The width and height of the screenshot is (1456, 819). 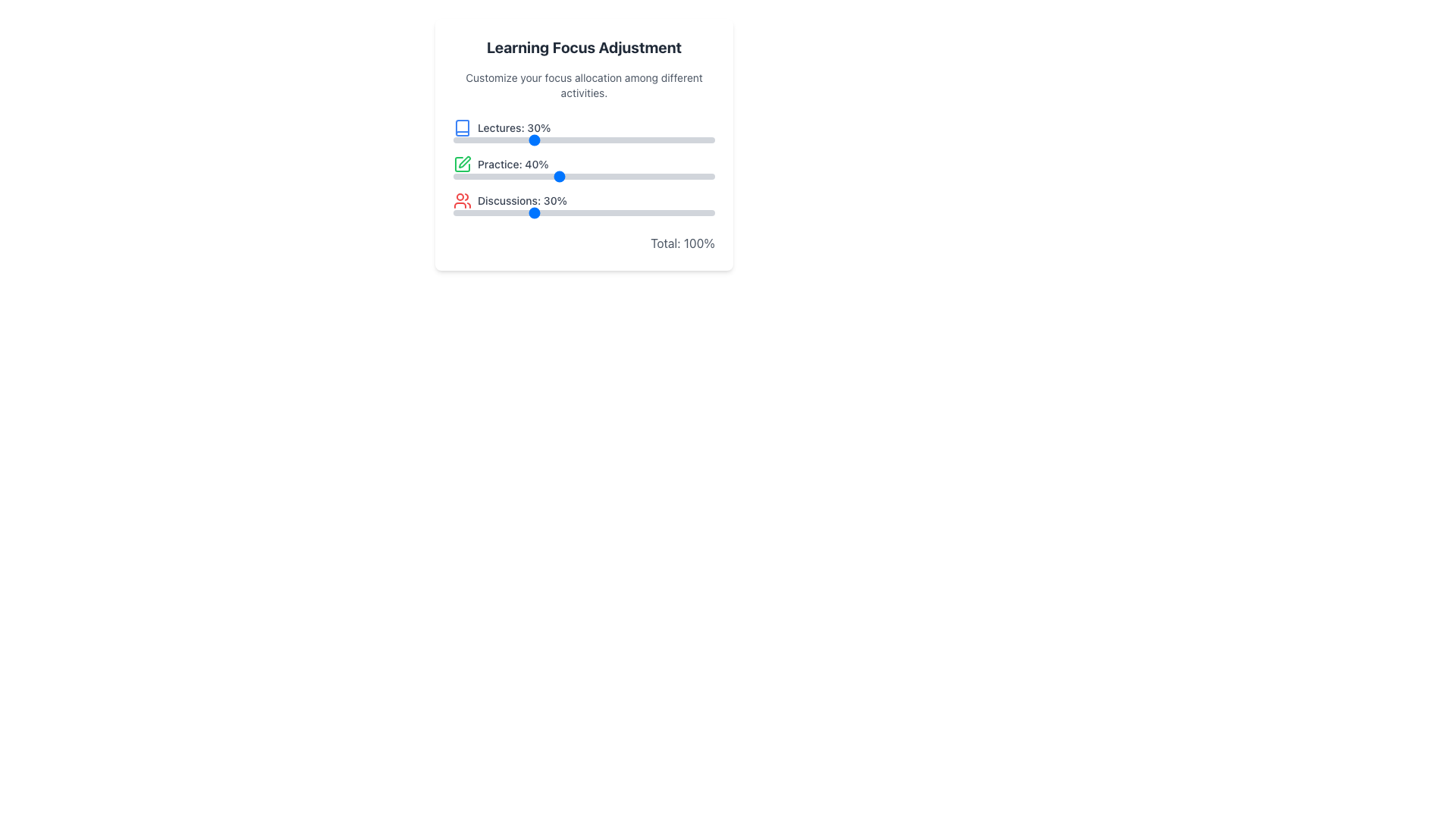 I want to click on the small green pen icon in the interface, located near the label 'Practice: 40%, so click(x=464, y=162).